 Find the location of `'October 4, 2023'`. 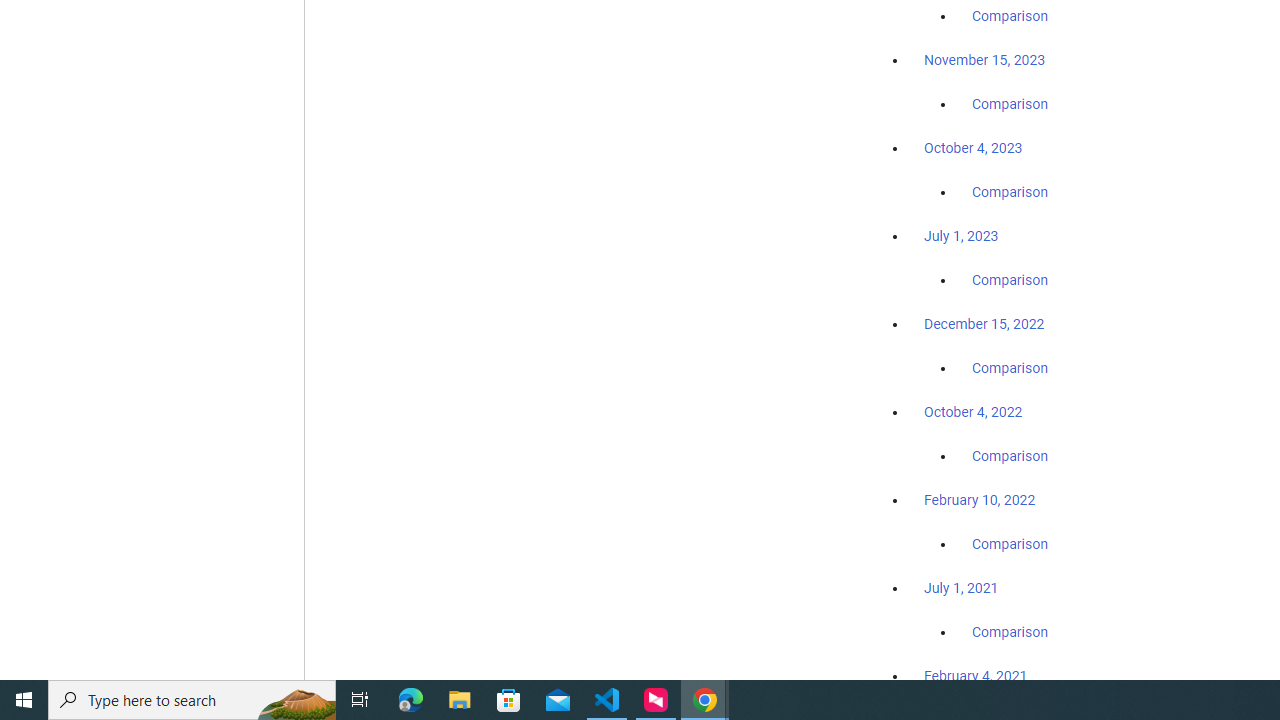

'October 4, 2023' is located at coordinates (973, 147).